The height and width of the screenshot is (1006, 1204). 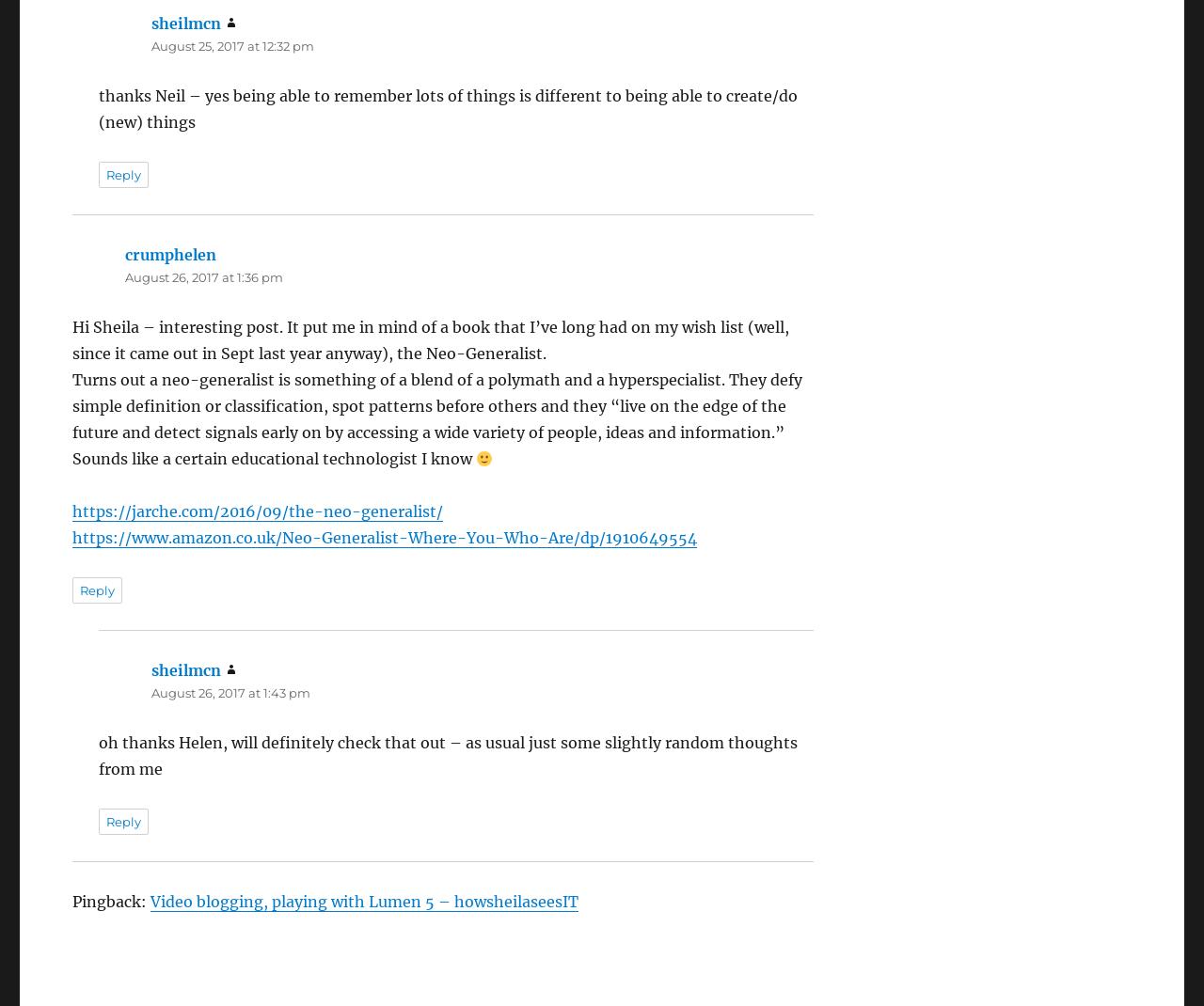 I want to click on 'Pingback:', so click(x=110, y=901).